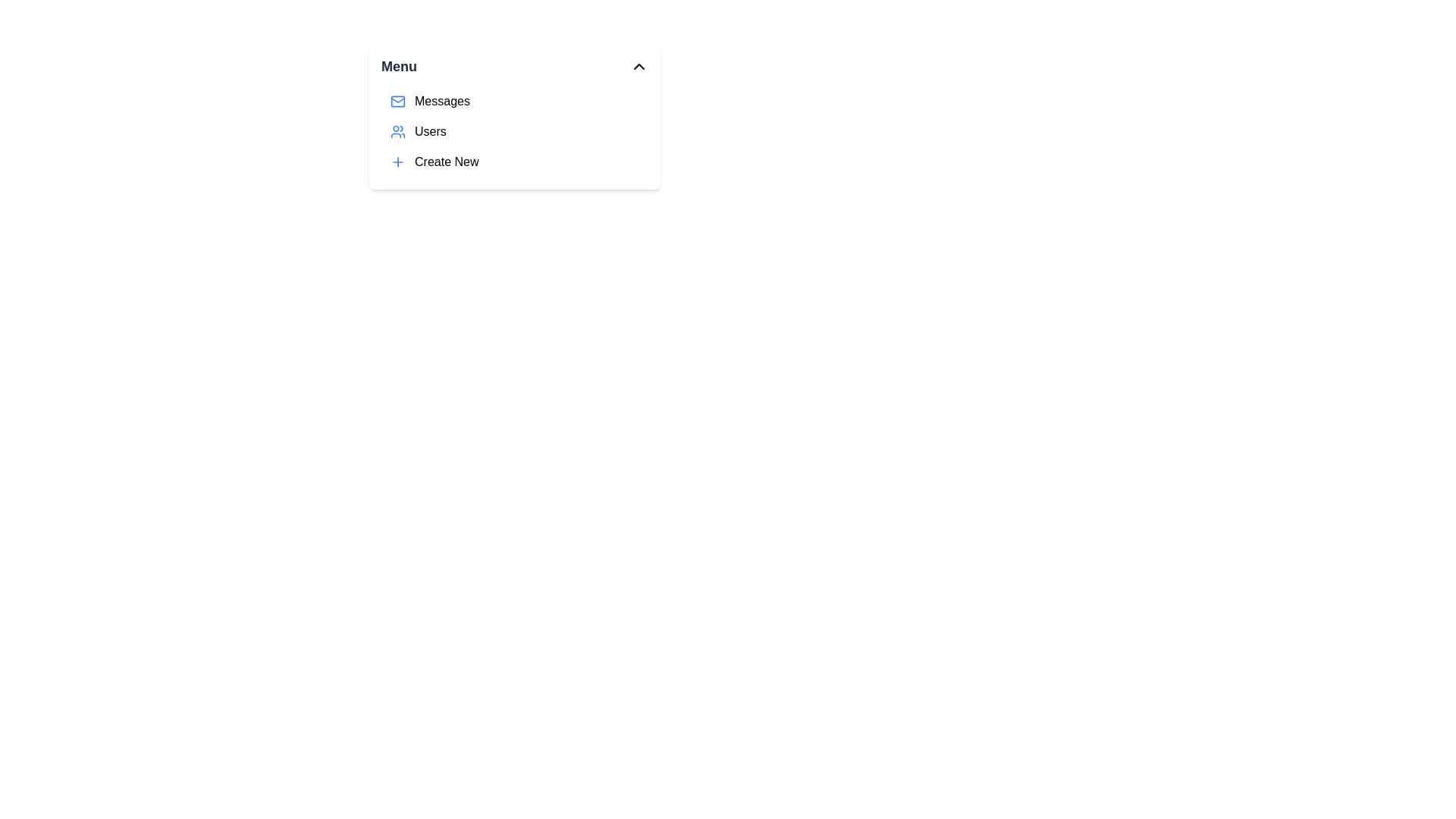 This screenshot has width=1456, height=819. Describe the element at coordinates (441, 102) in the screenshot. I see `the text label 'Messages' which is styled in a clear sans-serif font and is part of the navigation menu adjacent to a mail icon` at that location.